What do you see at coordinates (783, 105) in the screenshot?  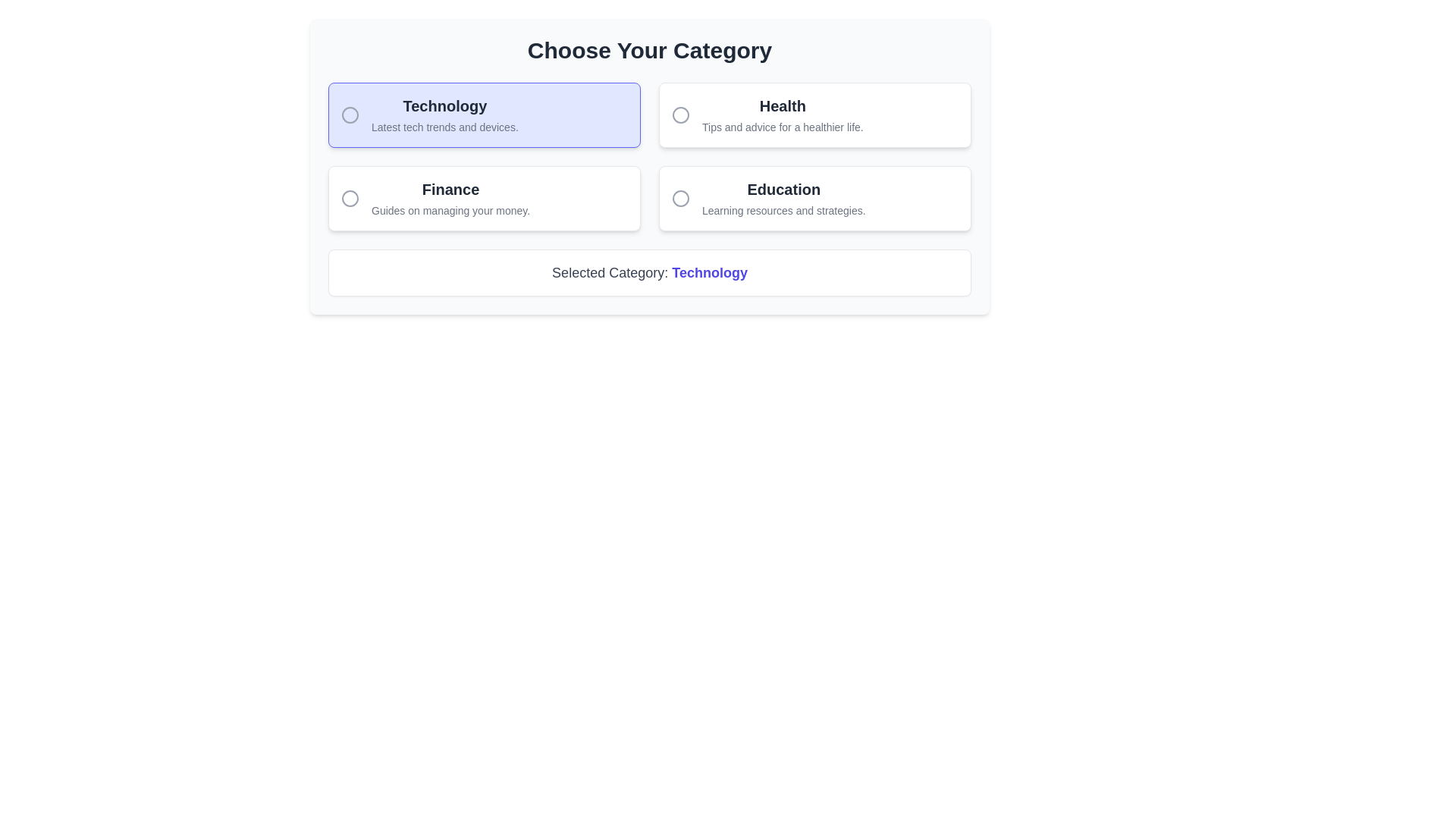 I see `information displayed in the 'Health' text element, which is bold and larger, located in the top row of the grid-like selection menu` at bounding box center [783, 105].